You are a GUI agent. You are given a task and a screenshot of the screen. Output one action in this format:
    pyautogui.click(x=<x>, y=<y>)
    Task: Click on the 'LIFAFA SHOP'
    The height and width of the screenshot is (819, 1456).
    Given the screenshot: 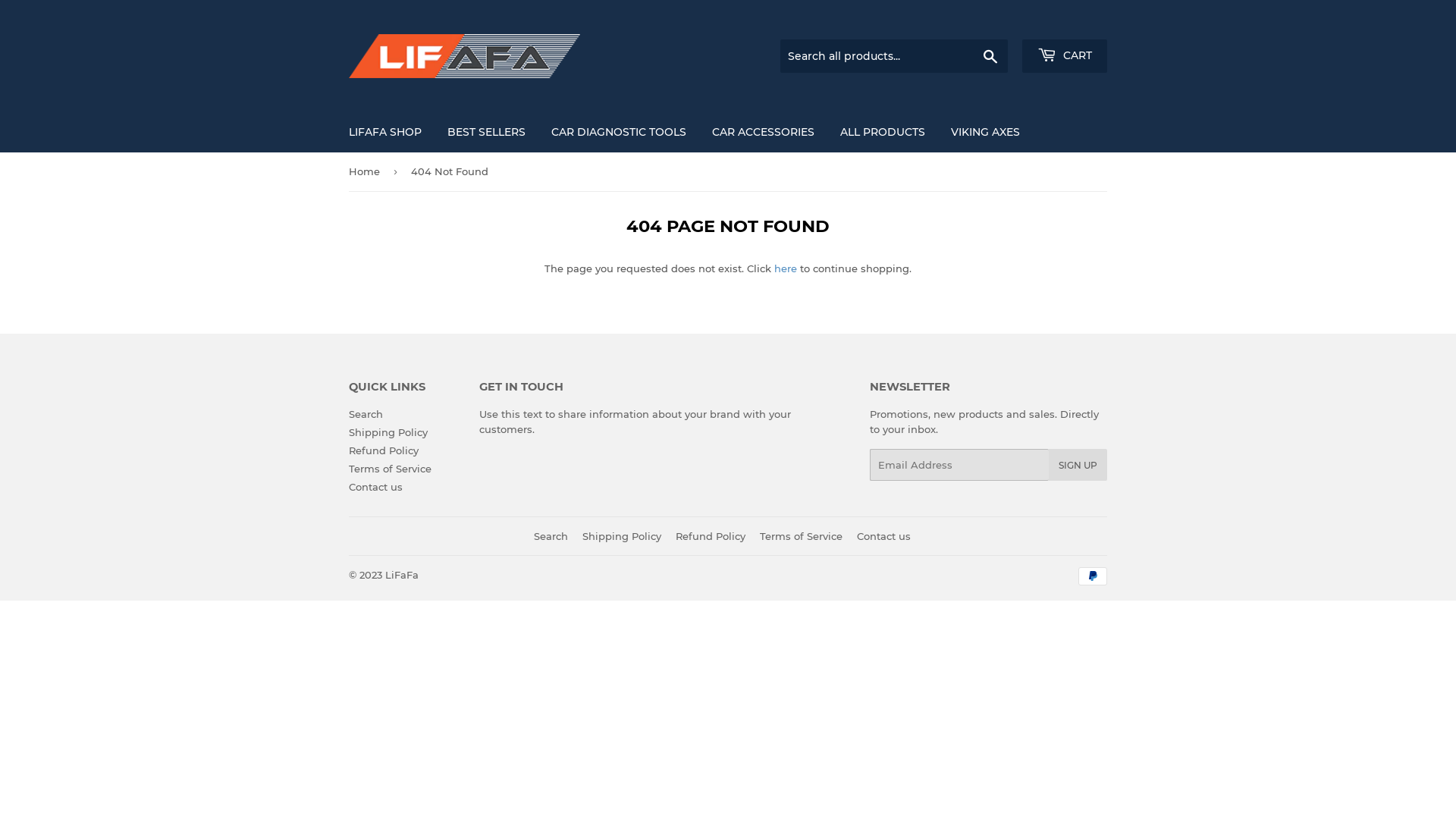 What is the action you would take?
    pyautogui.click(x=337, y=130)
    